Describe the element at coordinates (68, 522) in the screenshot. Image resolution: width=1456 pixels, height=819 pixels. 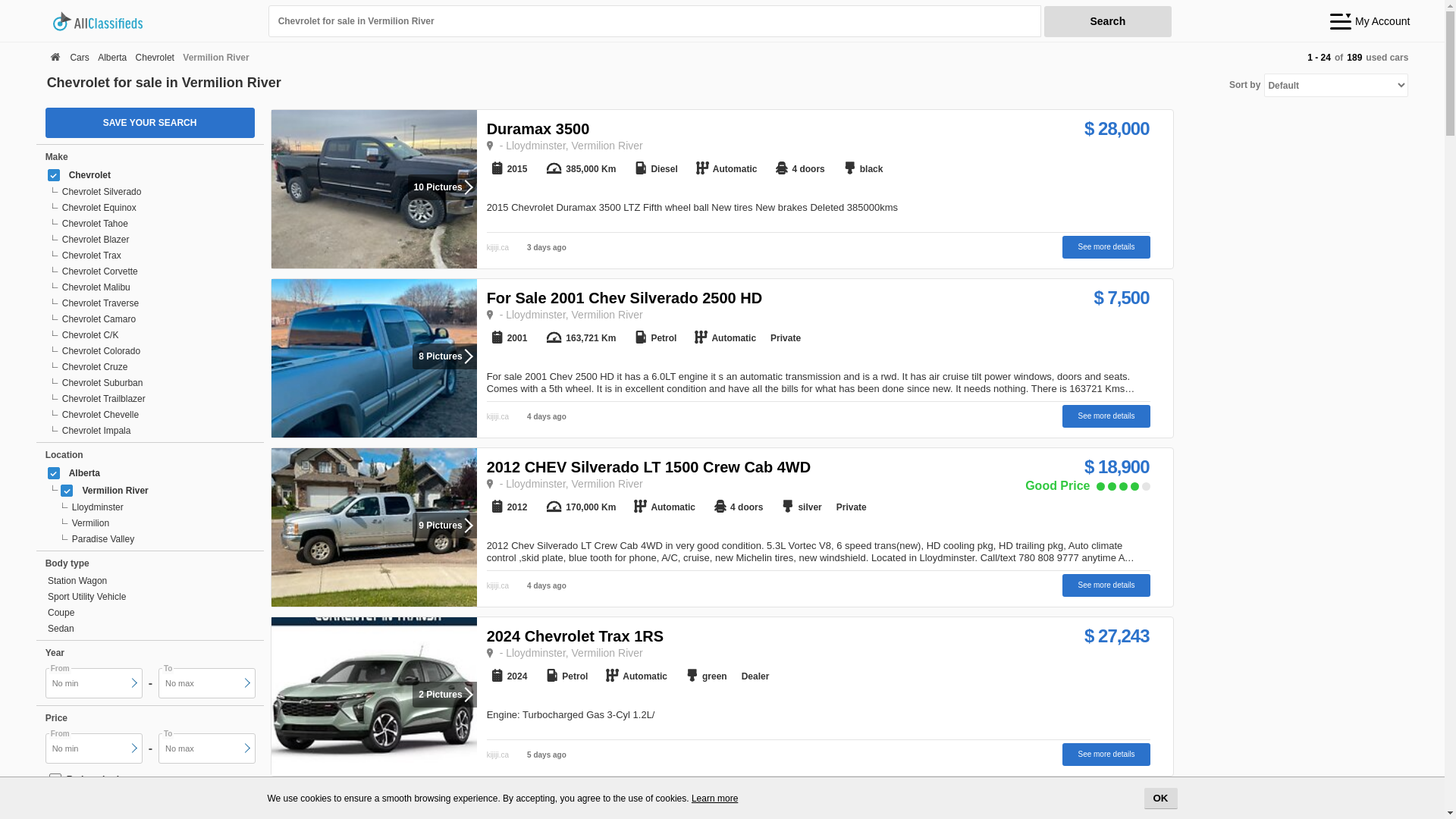
I see `'Vermilion'` at that location.